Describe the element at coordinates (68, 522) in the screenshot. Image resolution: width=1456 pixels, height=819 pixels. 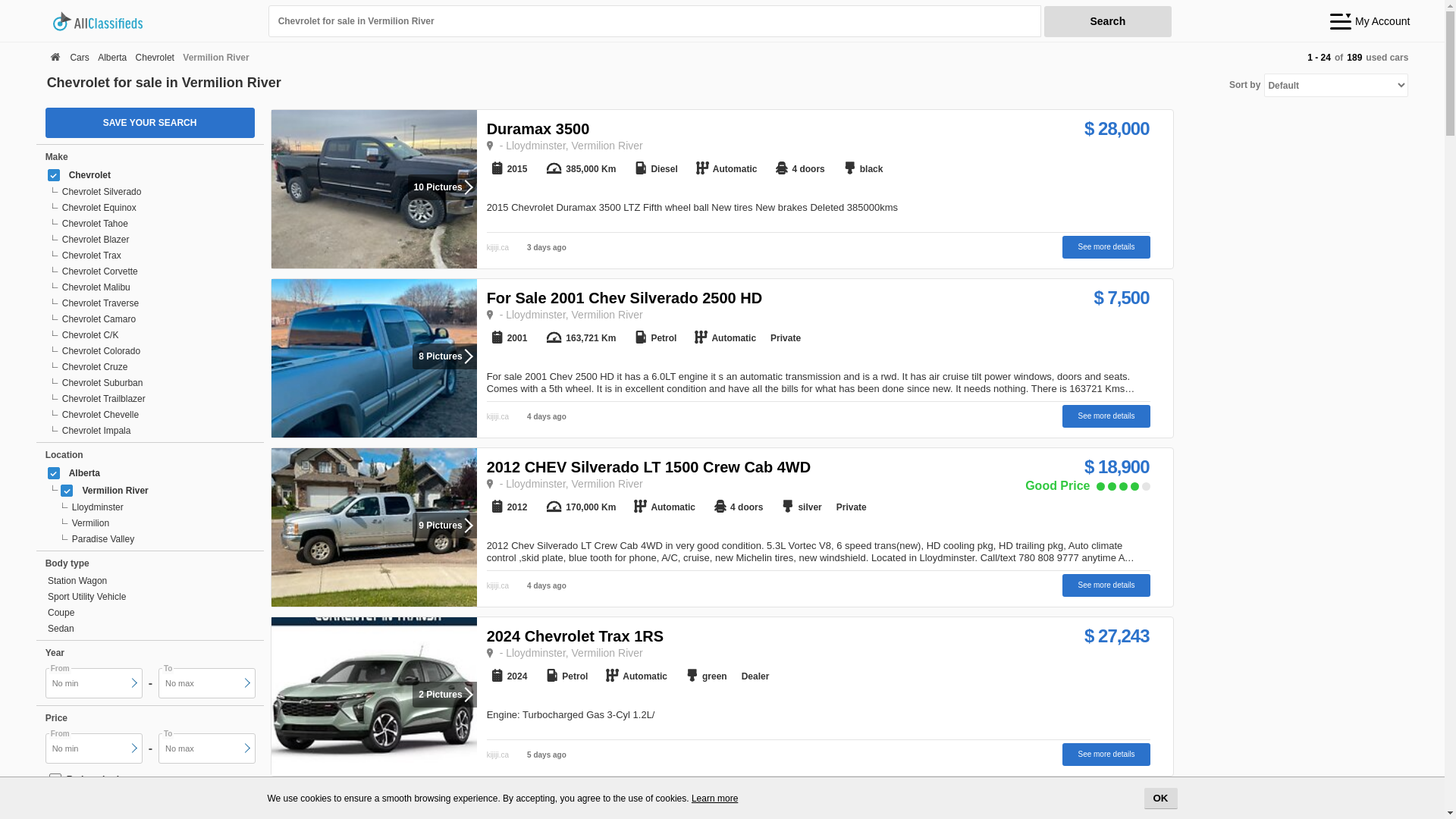
I see `'Vermilion'` at that location.